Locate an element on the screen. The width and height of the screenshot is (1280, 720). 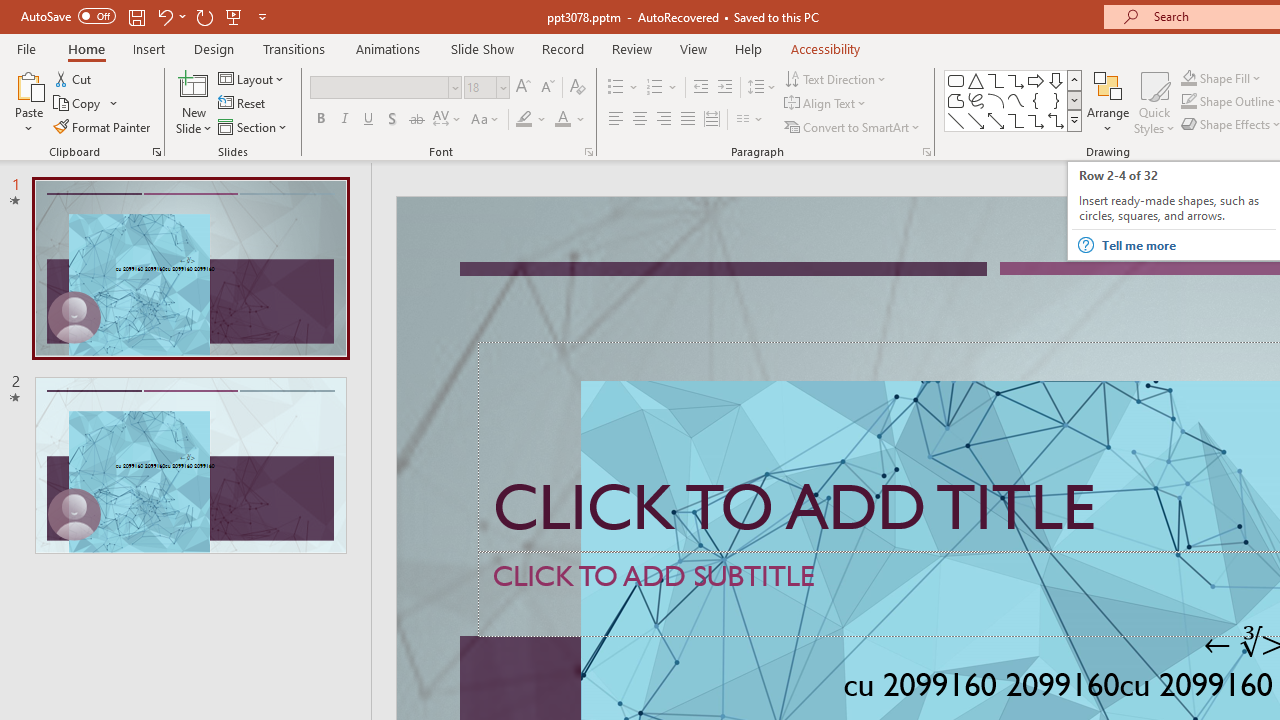
'Line Arrow' is located at coordinates (976, 120).